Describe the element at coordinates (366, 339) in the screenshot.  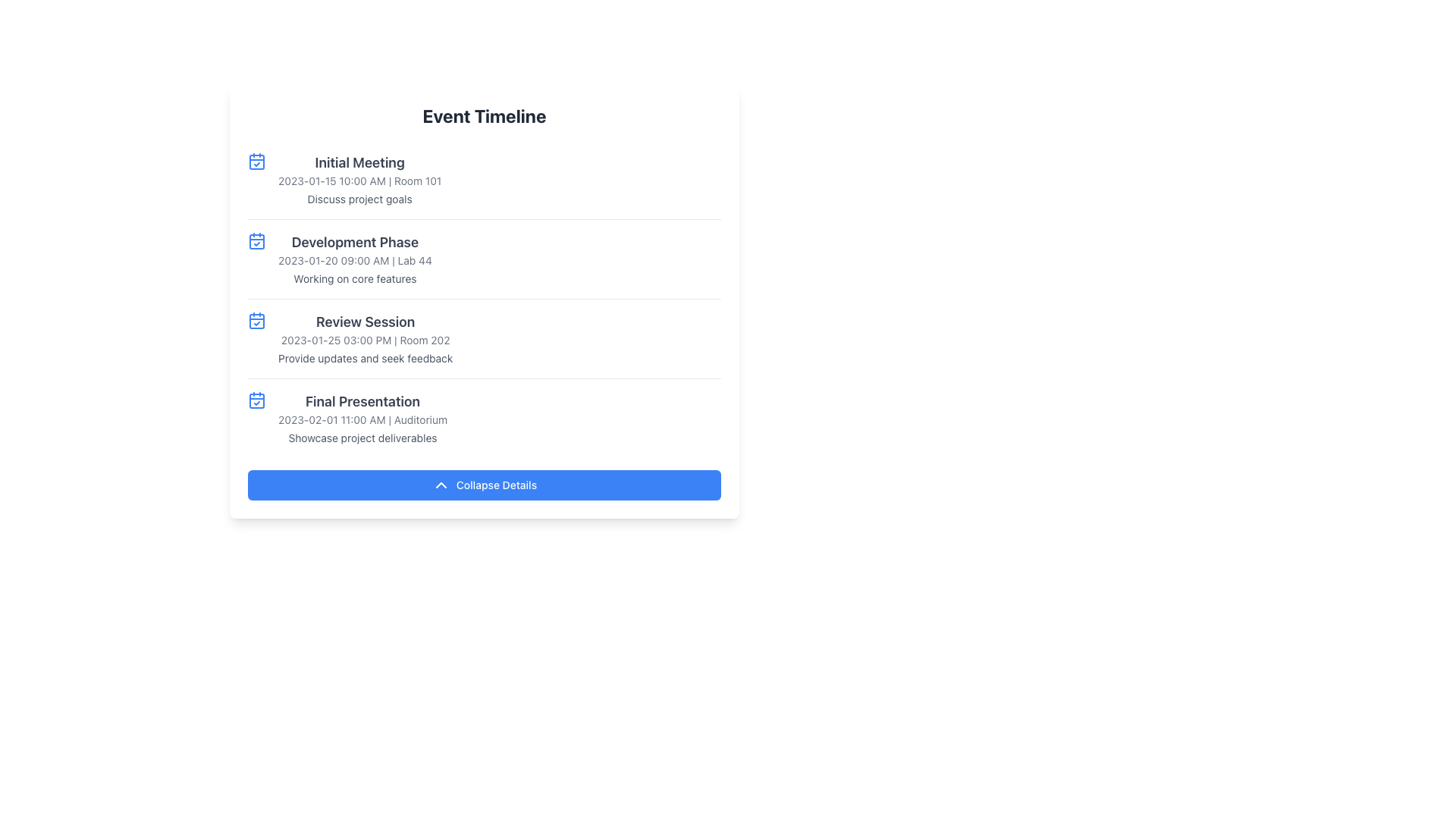
I see `the static label displaying the date and time along with the room number of an event, which reads: '2023-01-25 03:00 PM | Room 202'. This label is positioned below the event title 'Review Session'` at that location.